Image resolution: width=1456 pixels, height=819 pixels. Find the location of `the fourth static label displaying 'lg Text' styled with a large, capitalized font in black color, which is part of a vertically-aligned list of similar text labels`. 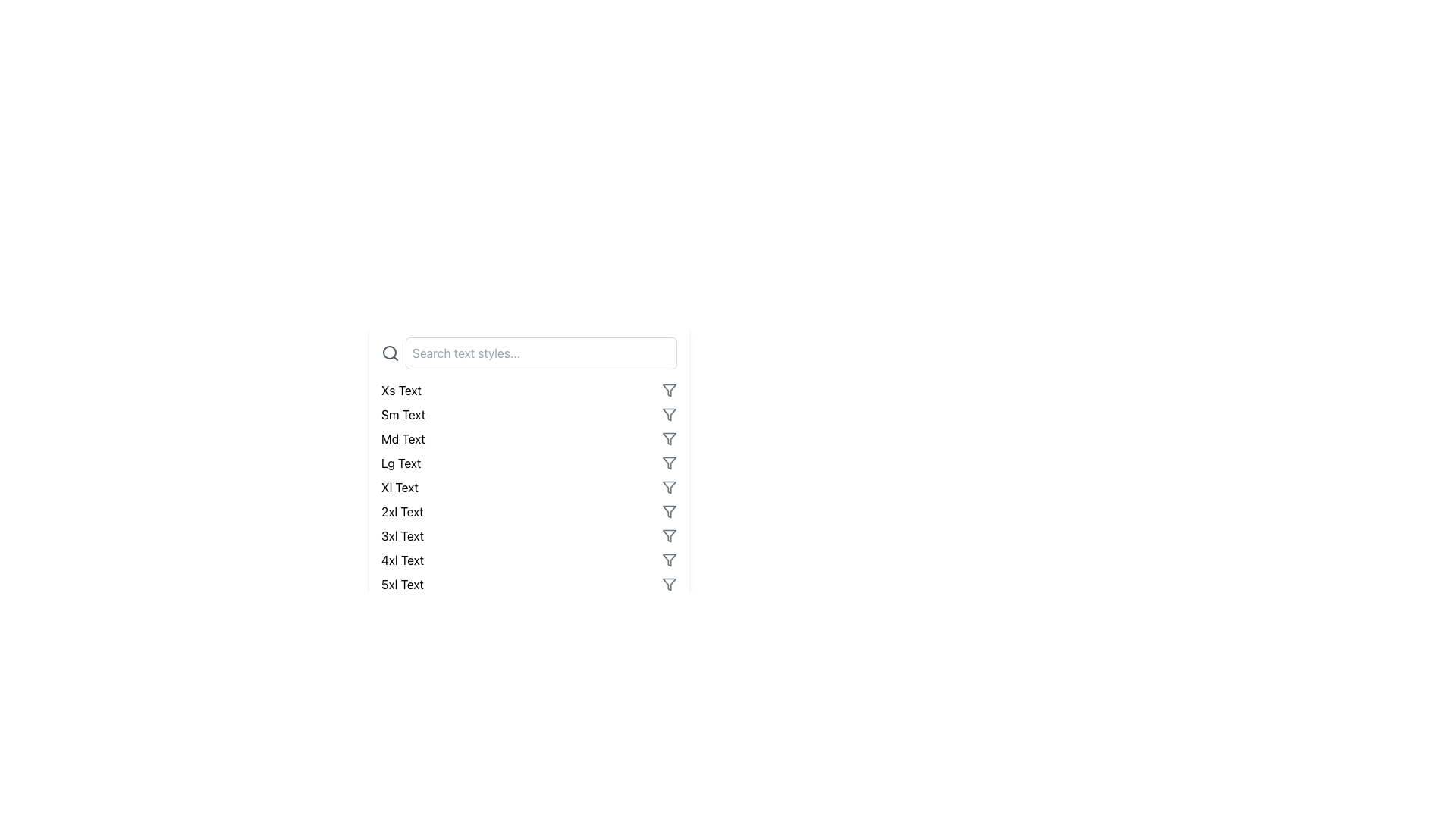

the fourth static label displaying 'lg Text' styled with a large, capitalized font in black color, which is part of a vertically-aligned list of similar text labels is located at coordinates (401, 462).